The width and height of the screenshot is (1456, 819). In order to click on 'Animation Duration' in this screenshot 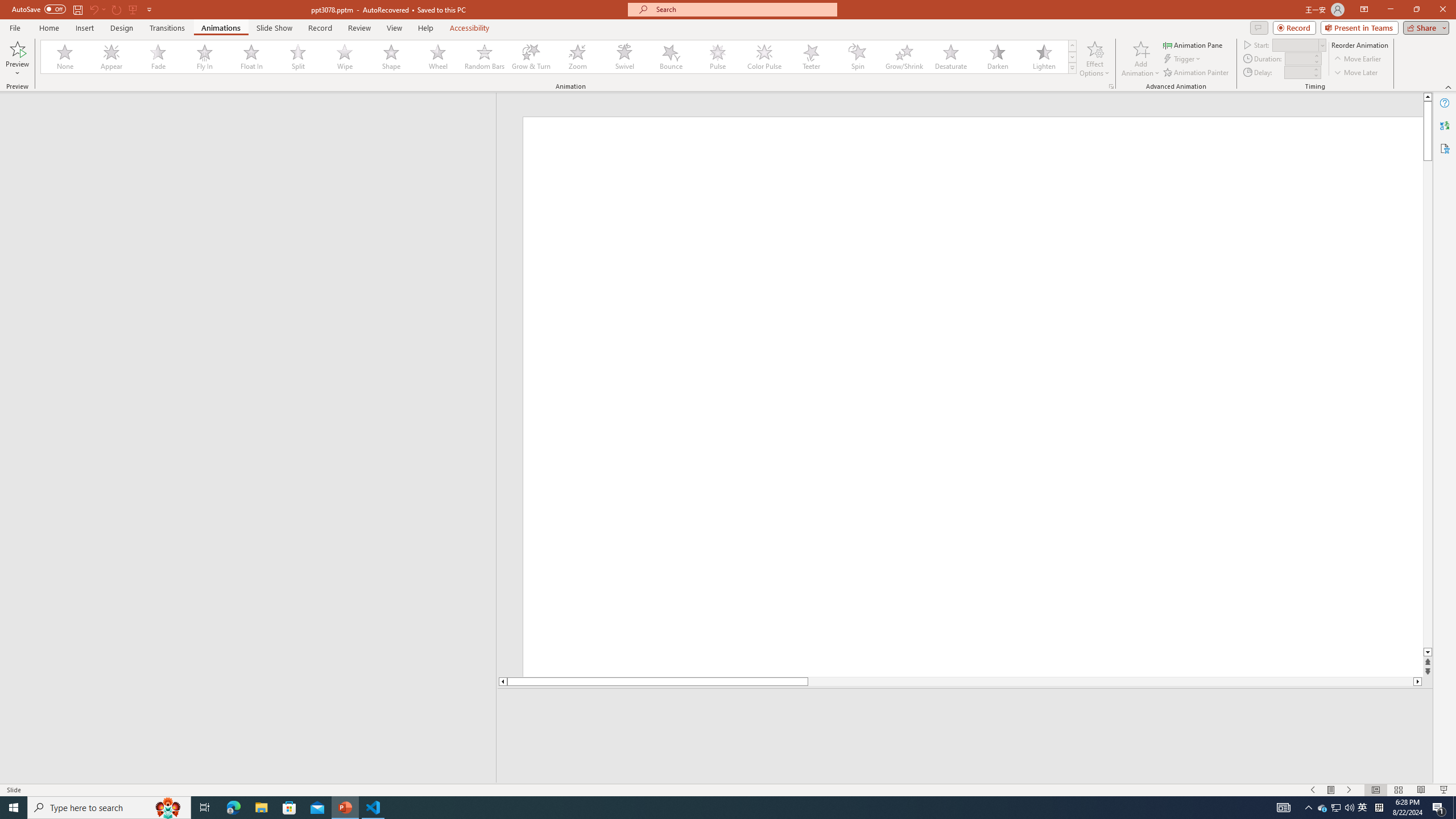, I will do `click(1298, 58)`.